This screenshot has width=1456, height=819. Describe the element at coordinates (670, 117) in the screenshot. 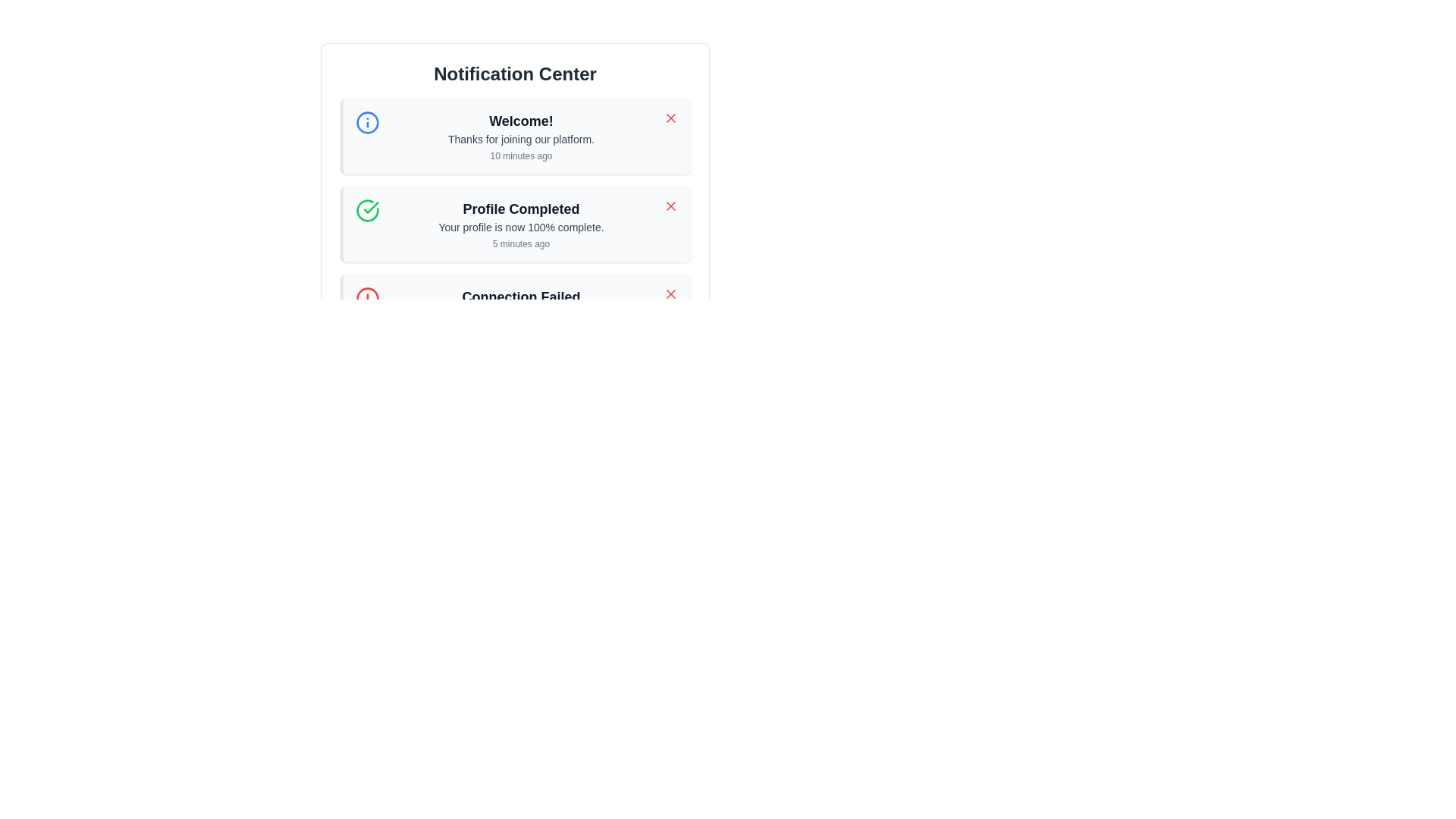

I see `the red cross icon button` at that location.